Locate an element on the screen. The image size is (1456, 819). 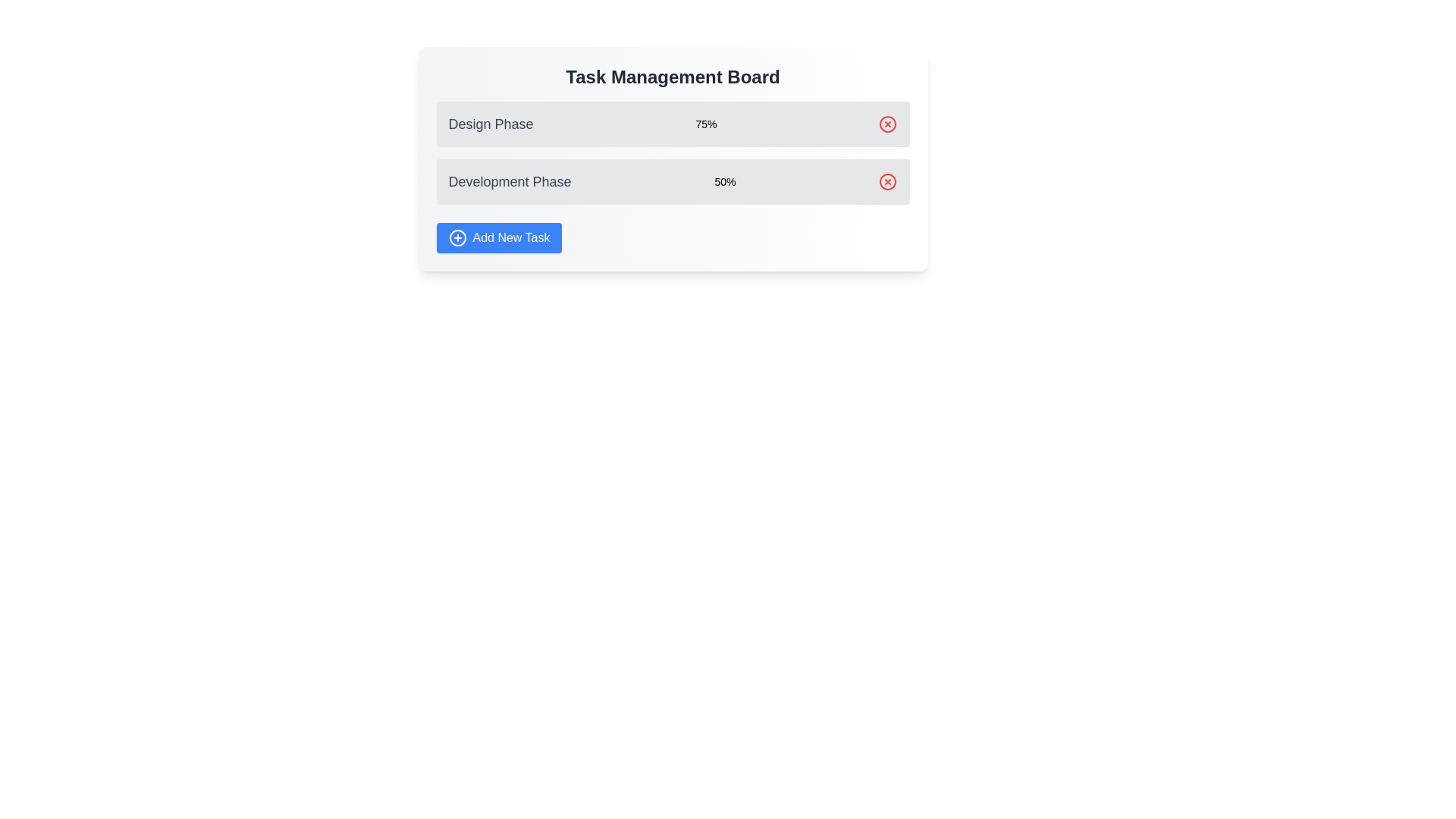
the red circular Interactive Icon with an 'X' symbol is located at coordinates (888, 124).